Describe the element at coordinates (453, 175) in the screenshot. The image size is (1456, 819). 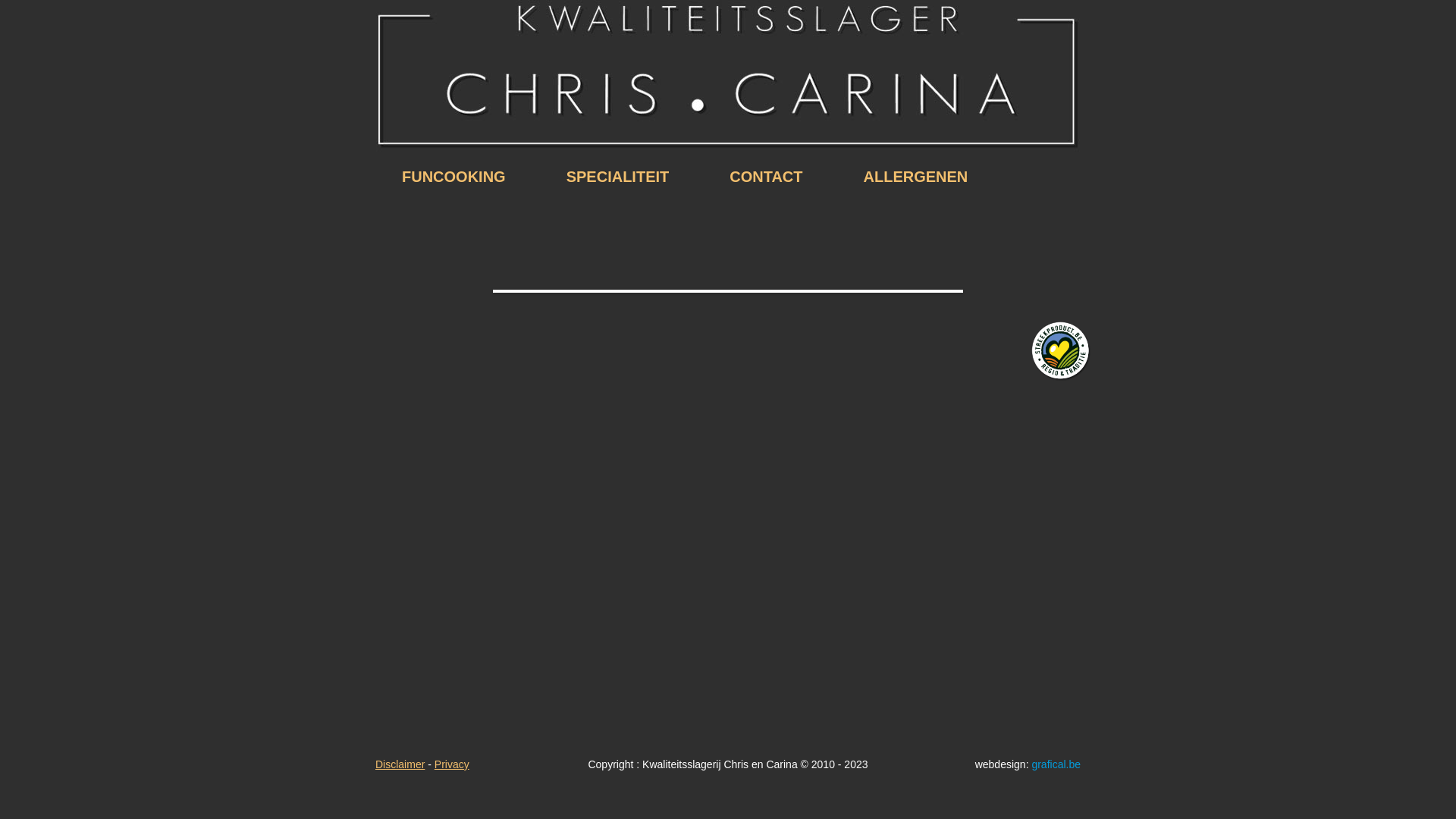
I see `'FUNCOOKING'` at that location.